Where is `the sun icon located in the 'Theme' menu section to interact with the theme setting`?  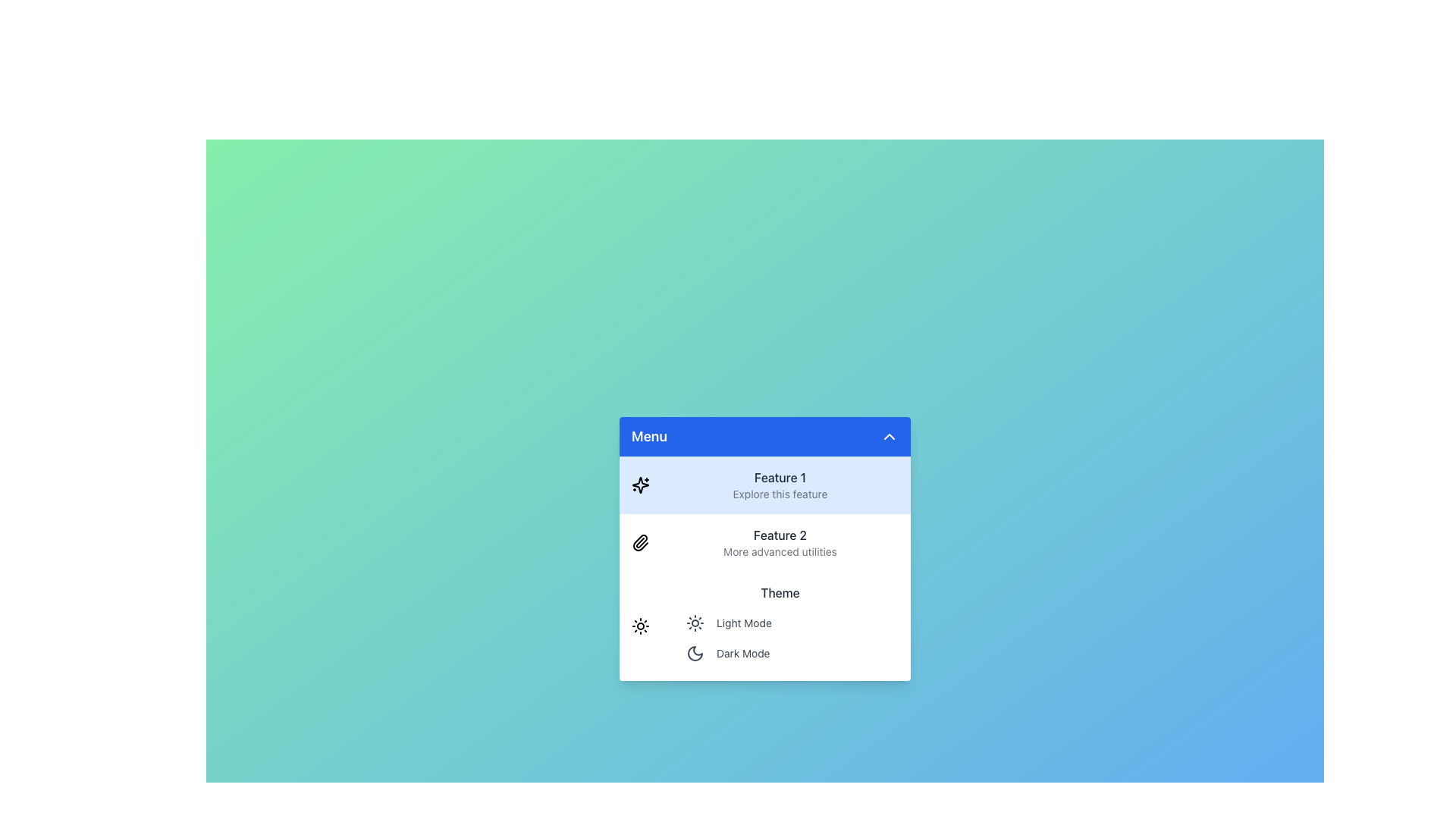
the sun icon located in the 'Theme' menu section to interact with the theme setting is located at coordinates (640, 626).